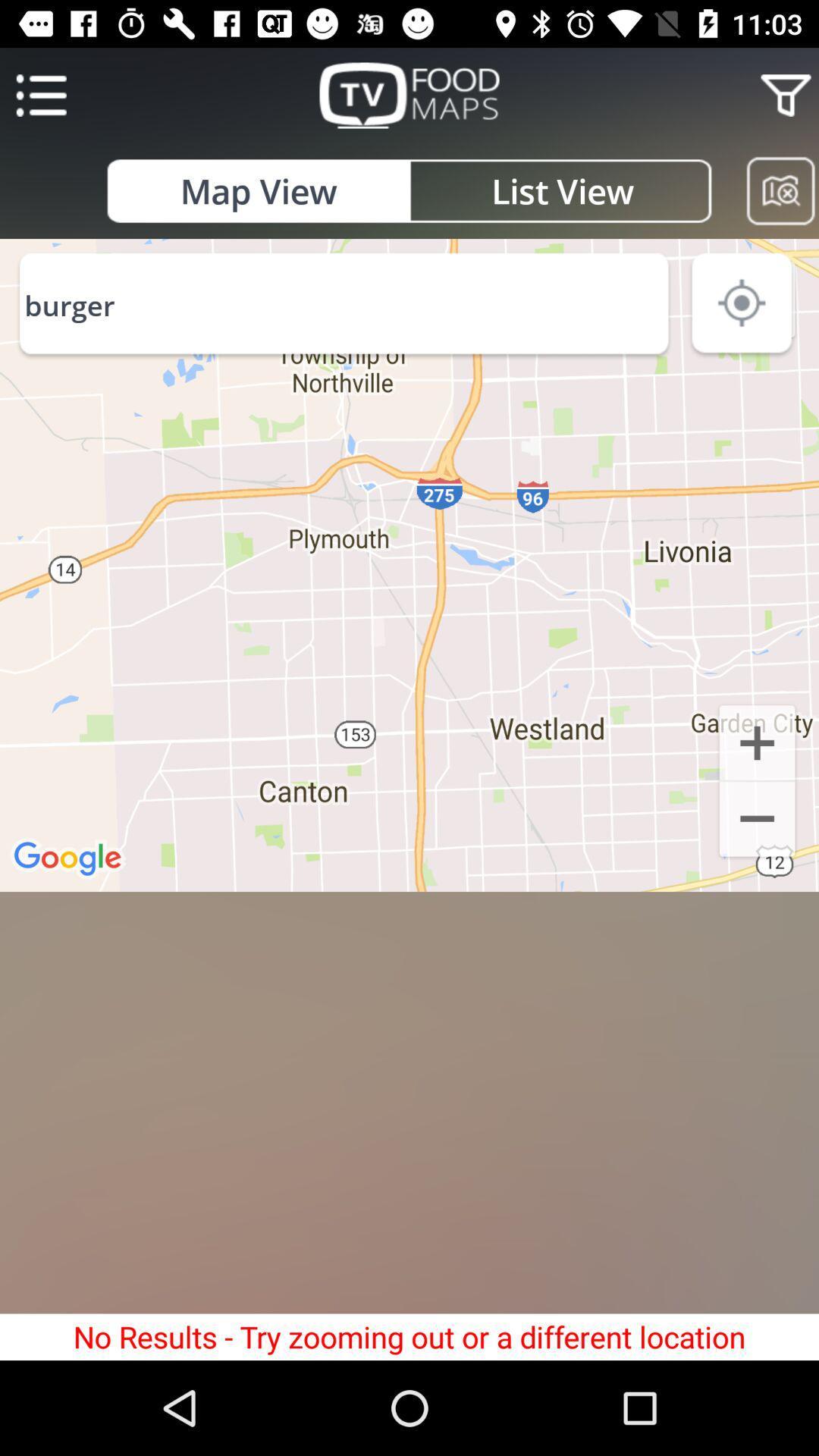 The width and height of the screenshot is (819, 1456). I want to click on the add icon, so click(757, 742).